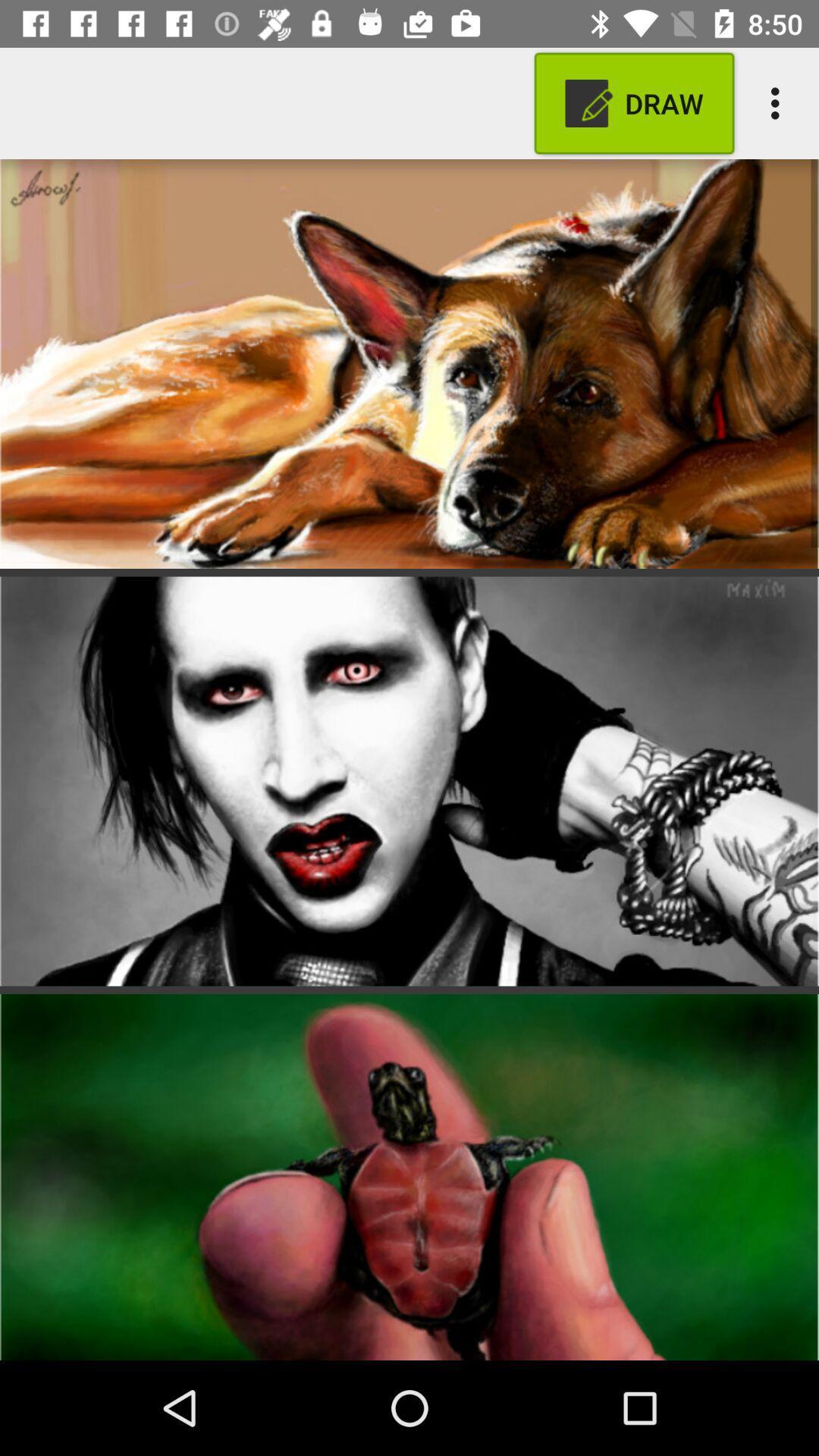 The height and width of the screenshot is (1456, 819). I want to click on icon to the right of draw item, so click(779, 102).